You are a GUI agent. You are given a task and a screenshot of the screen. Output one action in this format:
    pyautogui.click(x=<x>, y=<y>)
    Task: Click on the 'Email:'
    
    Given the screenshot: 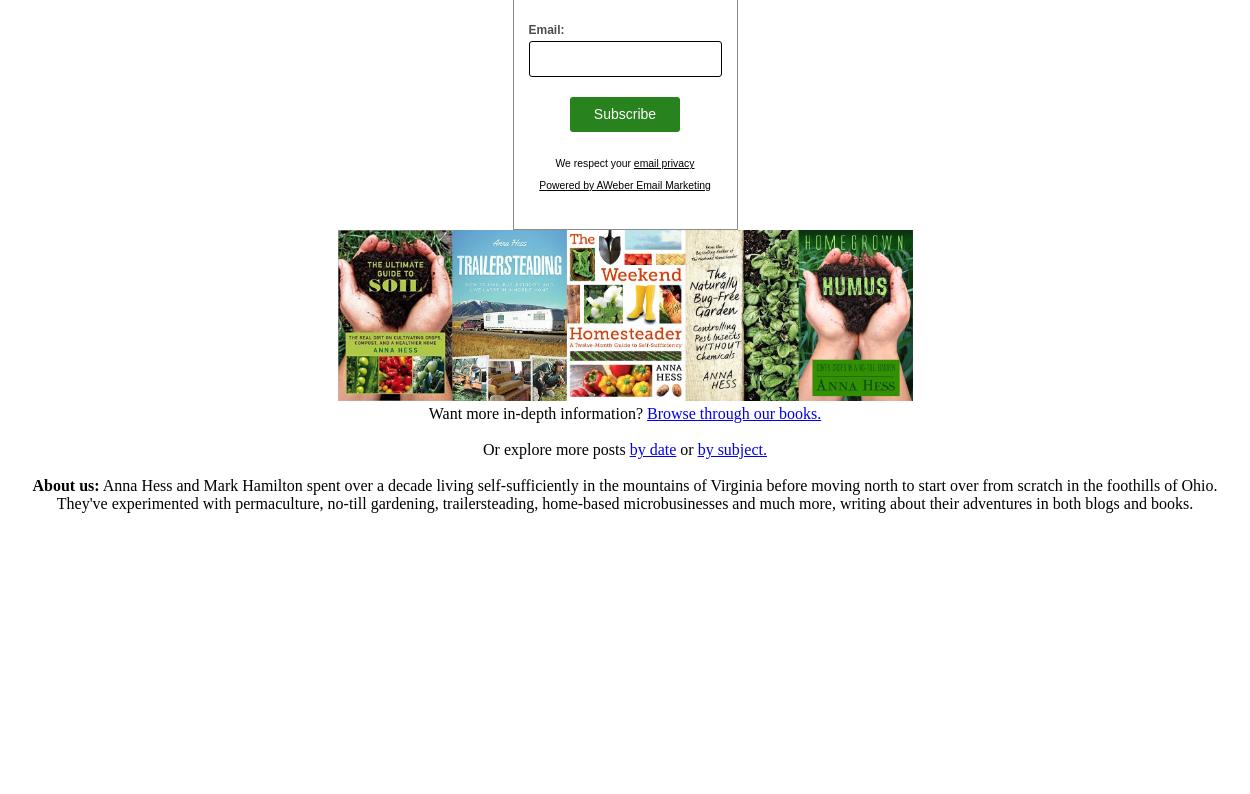 What is the action you would take?
    pyautogui.click(x=528, y=27)
    